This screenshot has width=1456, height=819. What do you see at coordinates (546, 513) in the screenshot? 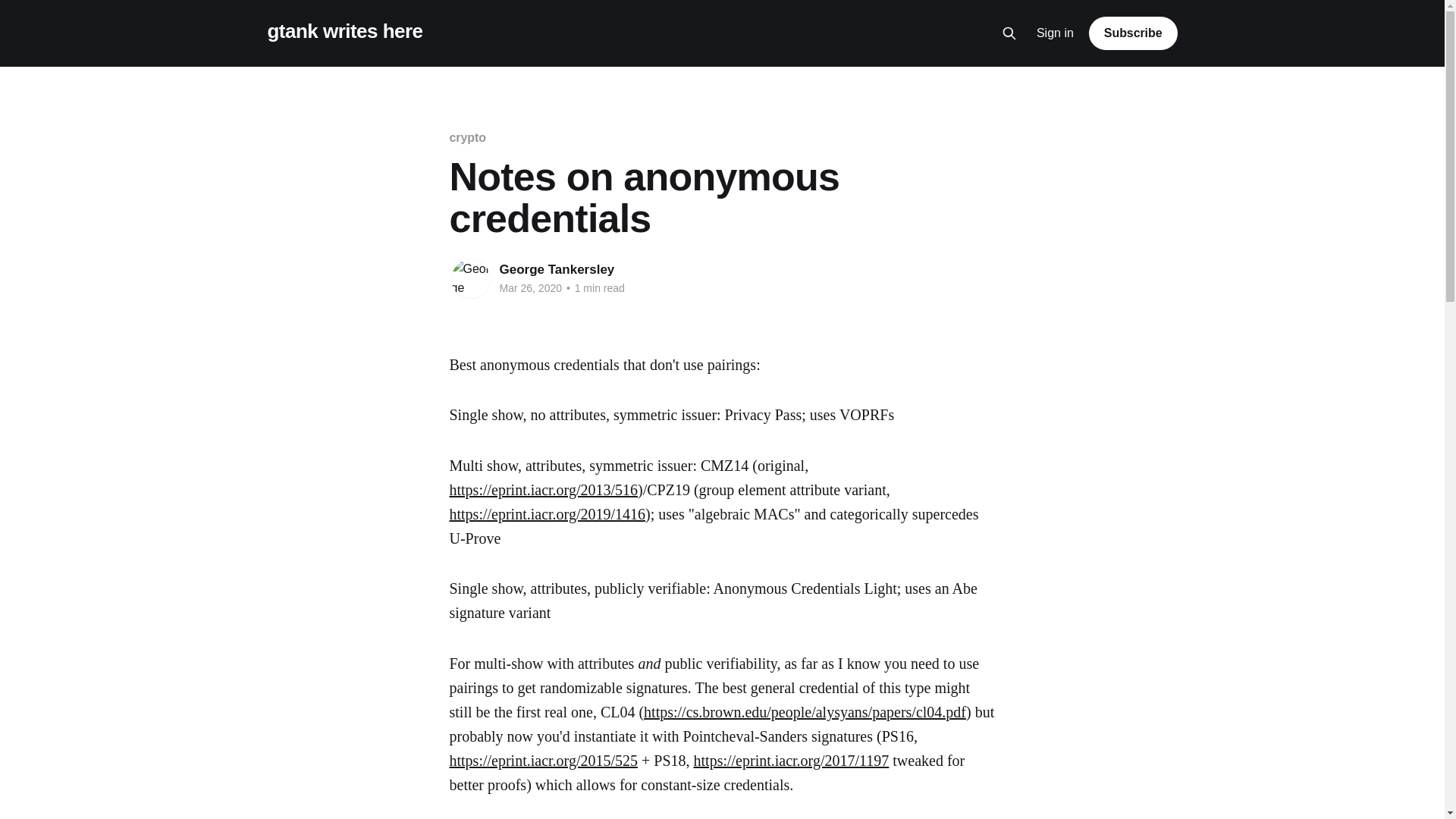
I see `'https://eprint.iacr.org/2019/1416'` at bounding box center [546, 513].